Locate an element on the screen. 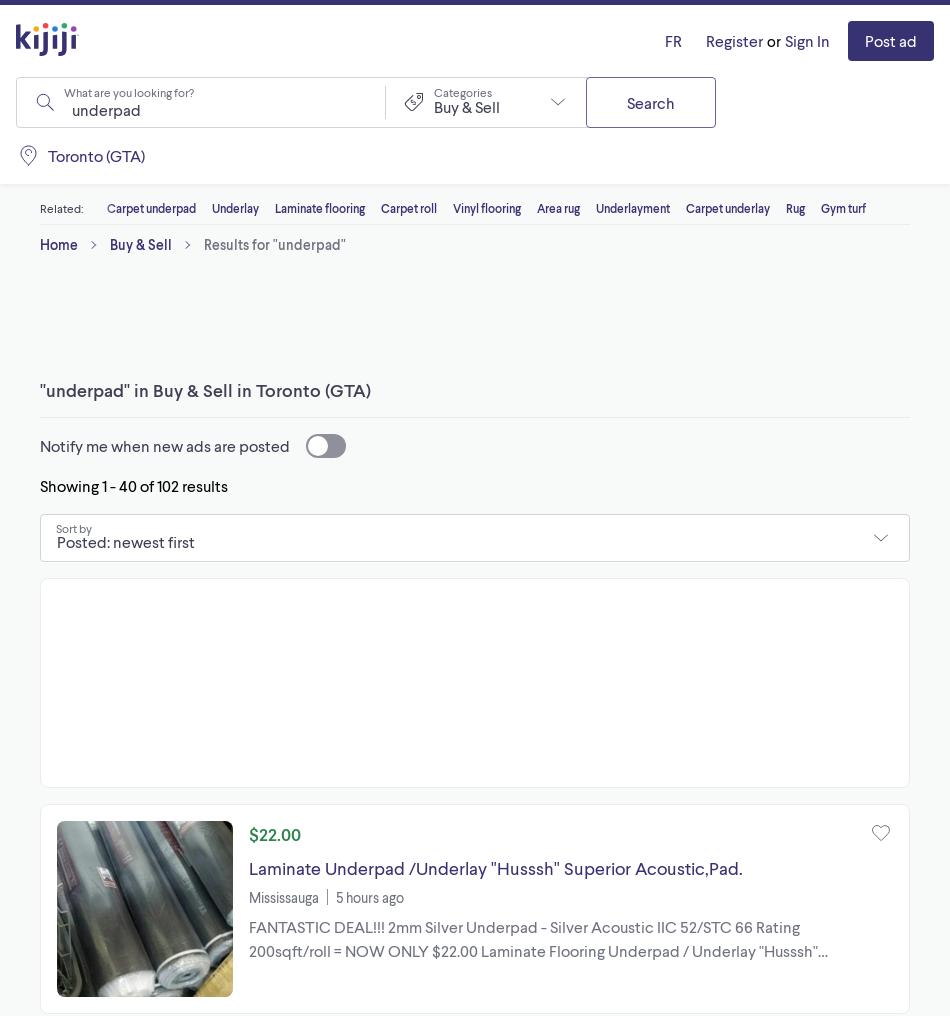 The width and height of the screenshot is (950, 1016). 'Showing 1 - 40 of 102 results' is located at coordinates (134, 485).